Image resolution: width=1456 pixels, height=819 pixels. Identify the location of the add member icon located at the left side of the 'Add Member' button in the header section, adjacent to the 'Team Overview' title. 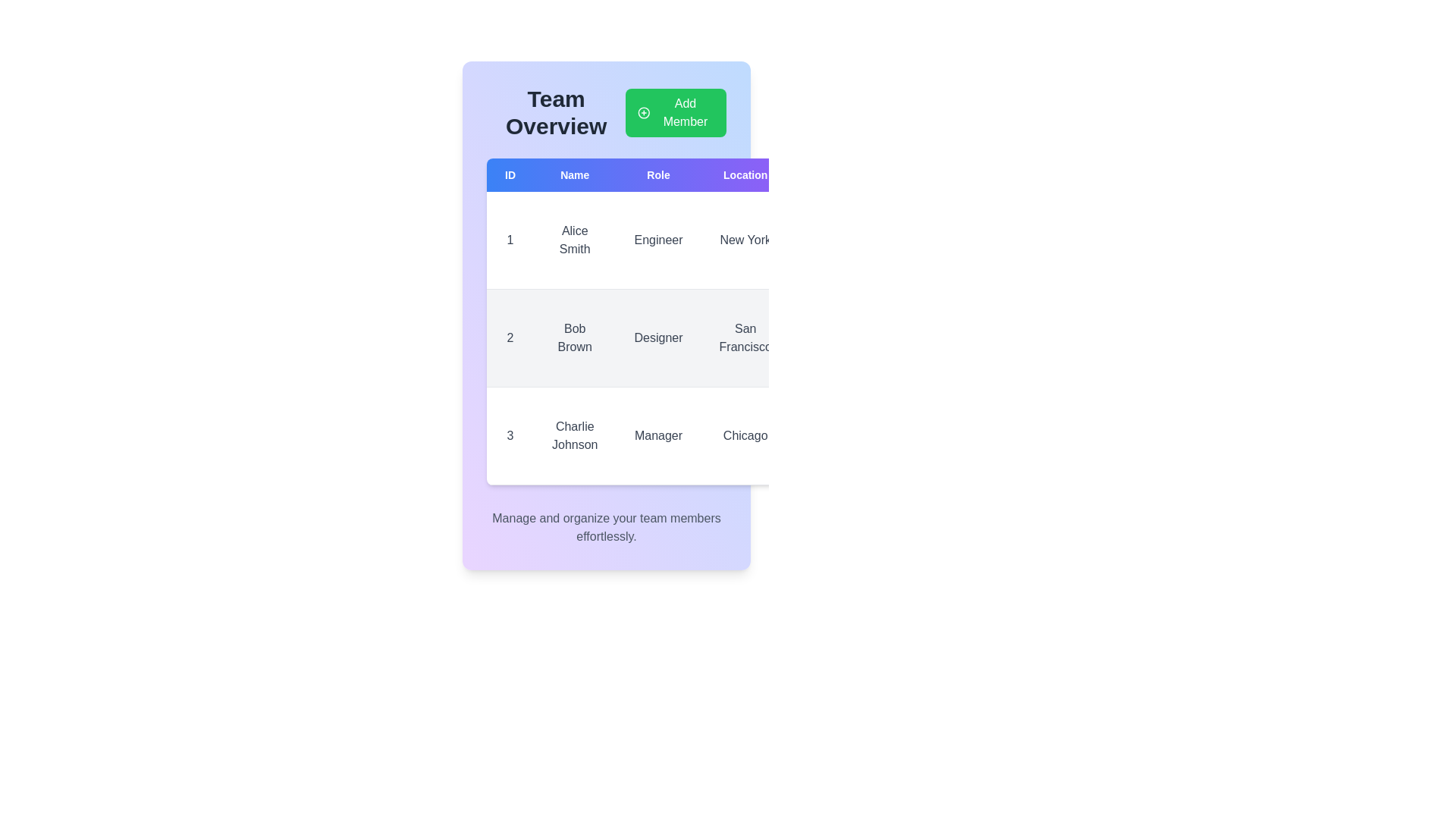
(644, 112).